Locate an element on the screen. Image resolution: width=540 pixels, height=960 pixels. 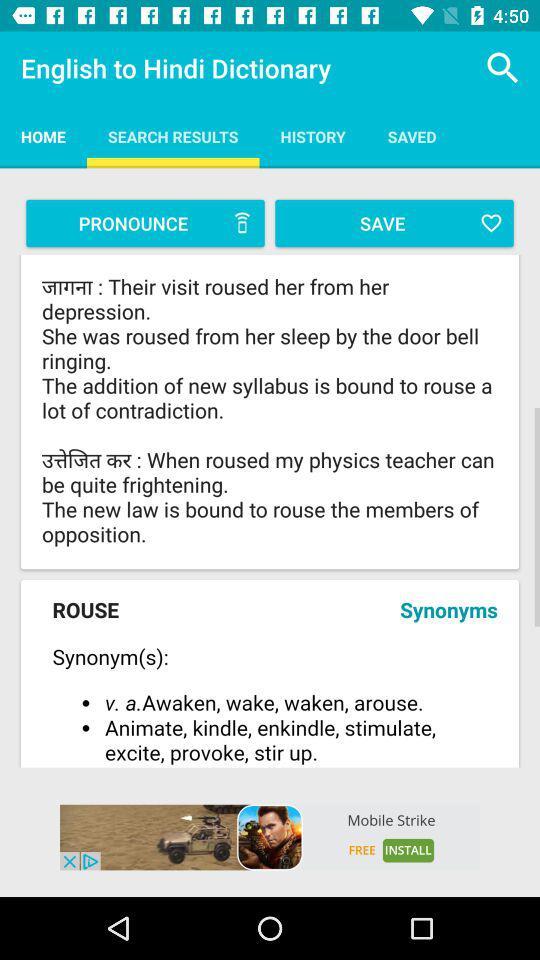
advertisement is located at coordinates (270, 837).